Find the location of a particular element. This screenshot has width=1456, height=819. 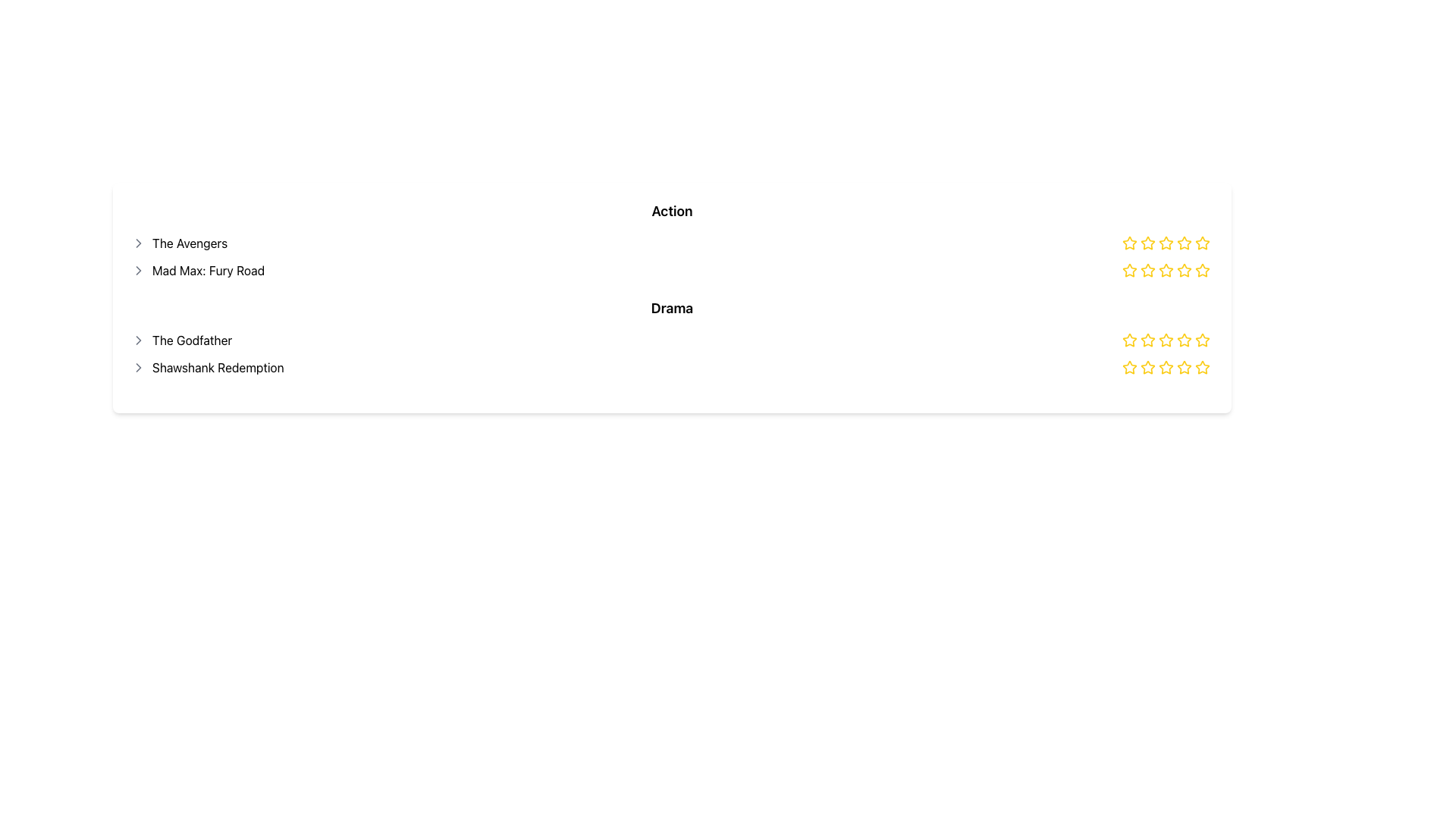

the first star icon in the 'Drama' section next to the title 'The Godfather' to allow for rating selection is located at coordinates (1129, 339).